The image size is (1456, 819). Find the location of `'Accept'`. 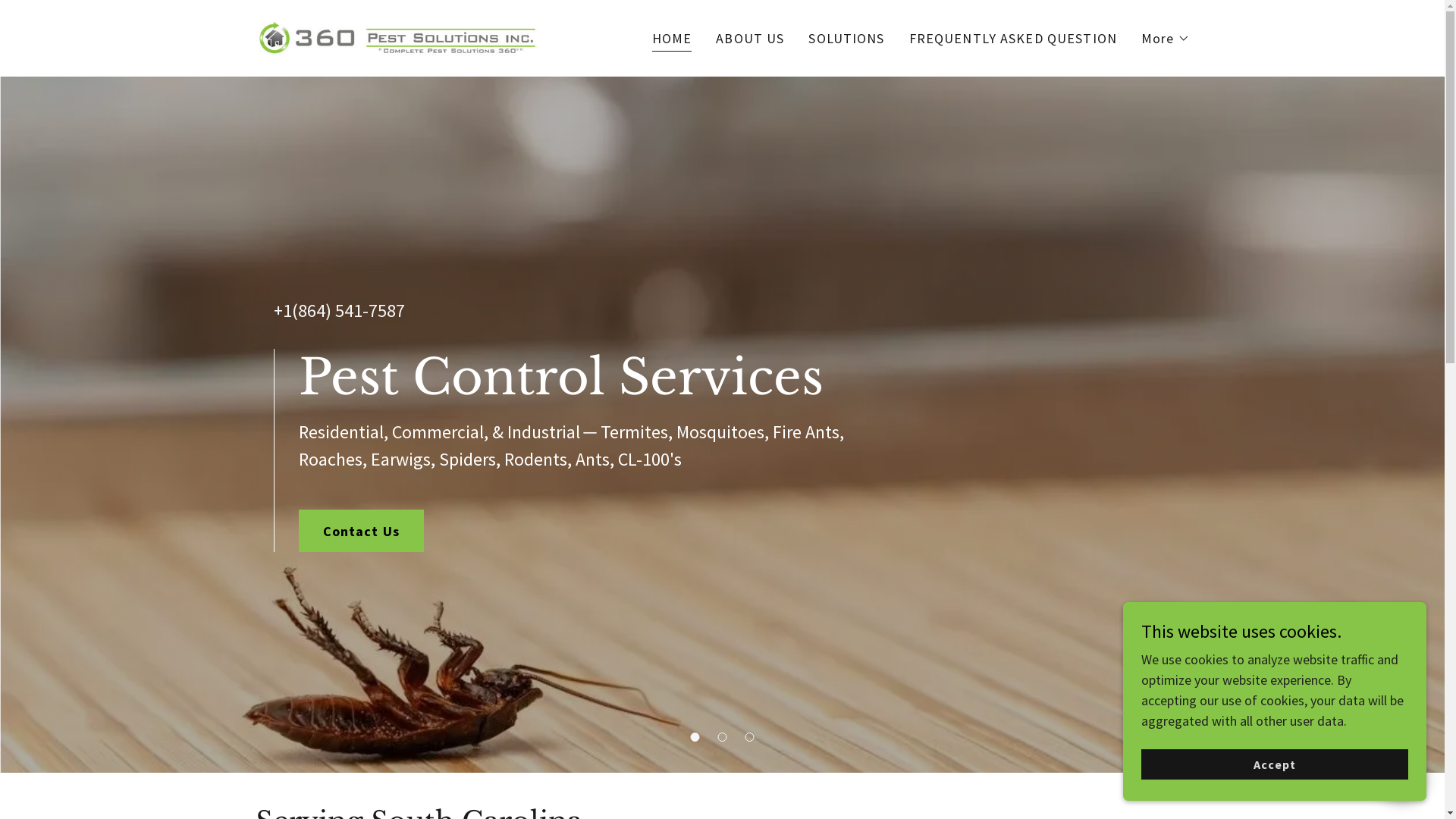

'Accept' is located at coordinates (1274, 764).